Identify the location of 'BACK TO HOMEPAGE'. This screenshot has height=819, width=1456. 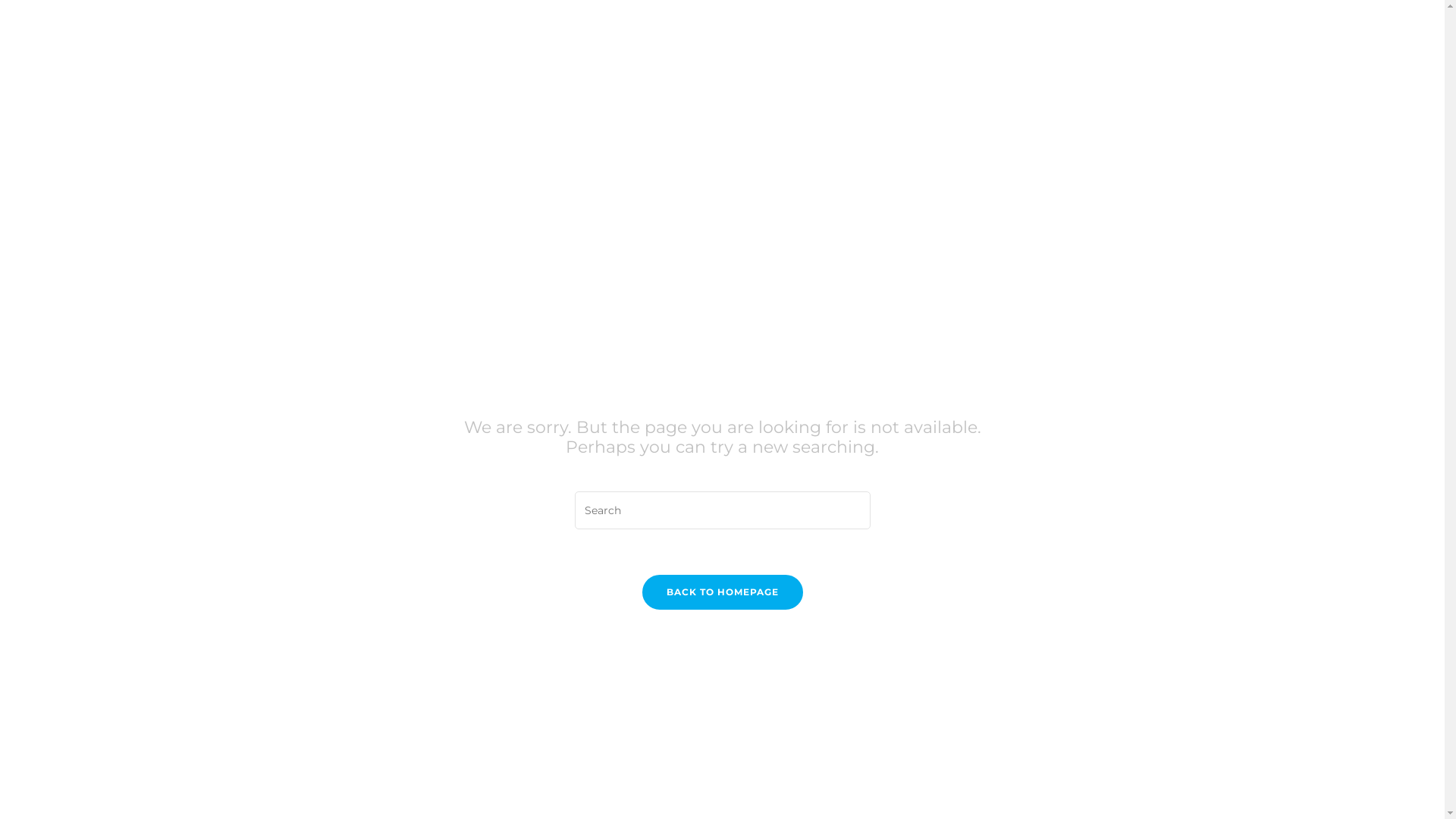
(641, 591).